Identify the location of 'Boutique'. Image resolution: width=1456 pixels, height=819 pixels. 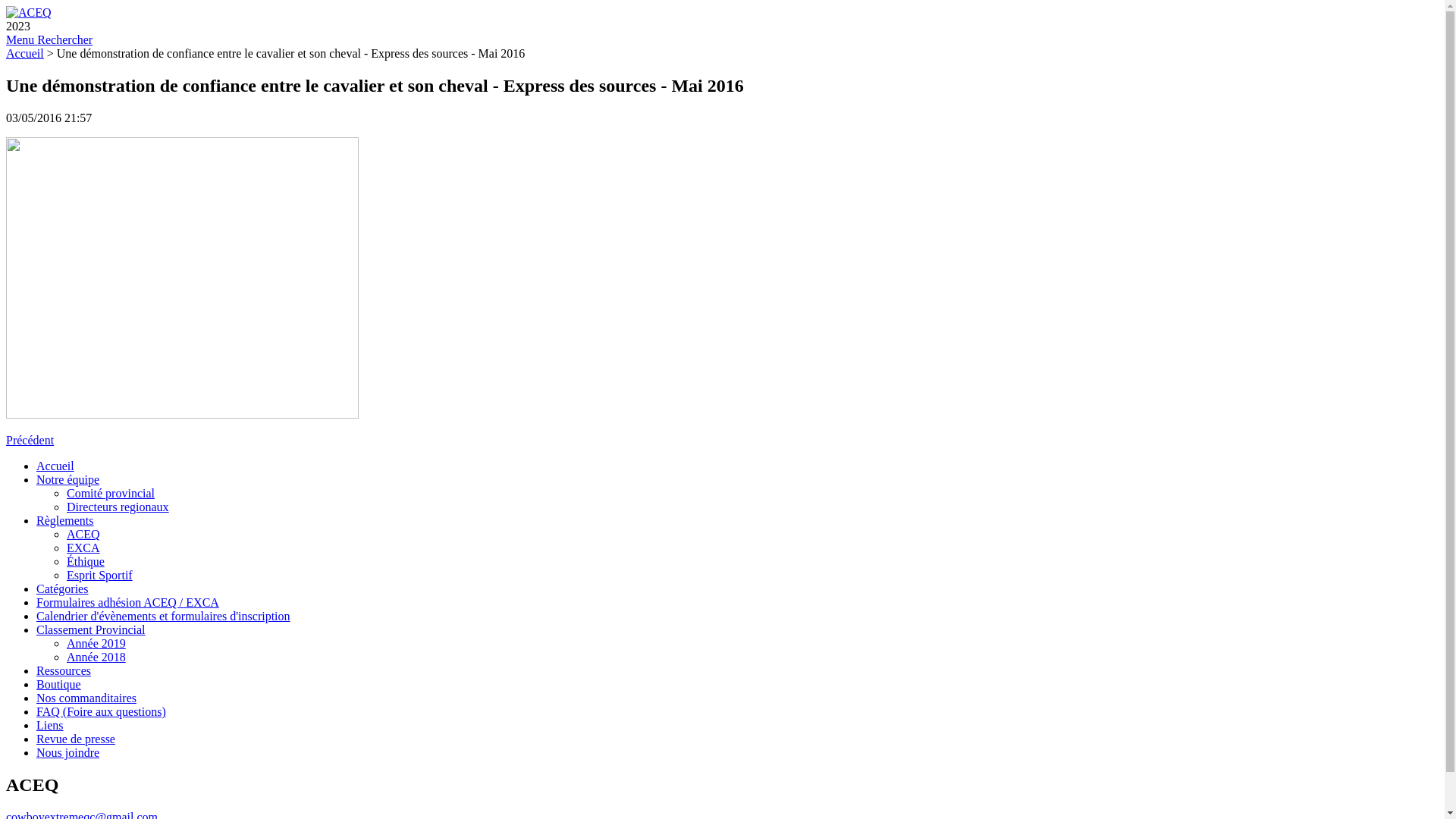
(58, 684).